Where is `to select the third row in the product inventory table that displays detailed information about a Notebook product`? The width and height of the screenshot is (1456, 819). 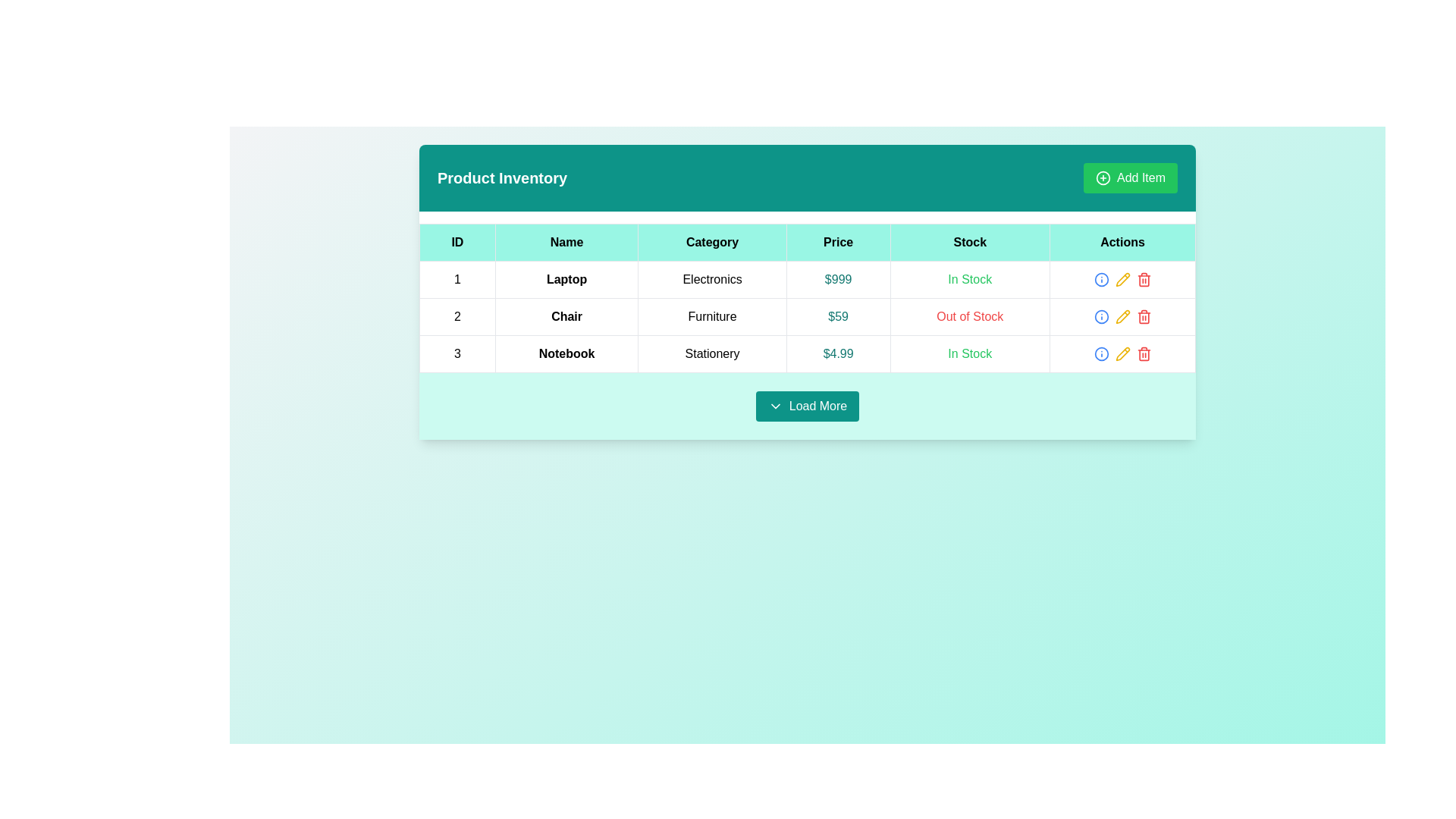 to select the third row in the product inventory table that displays detailed information about a Notebook product is located at coordinates (807, 353).